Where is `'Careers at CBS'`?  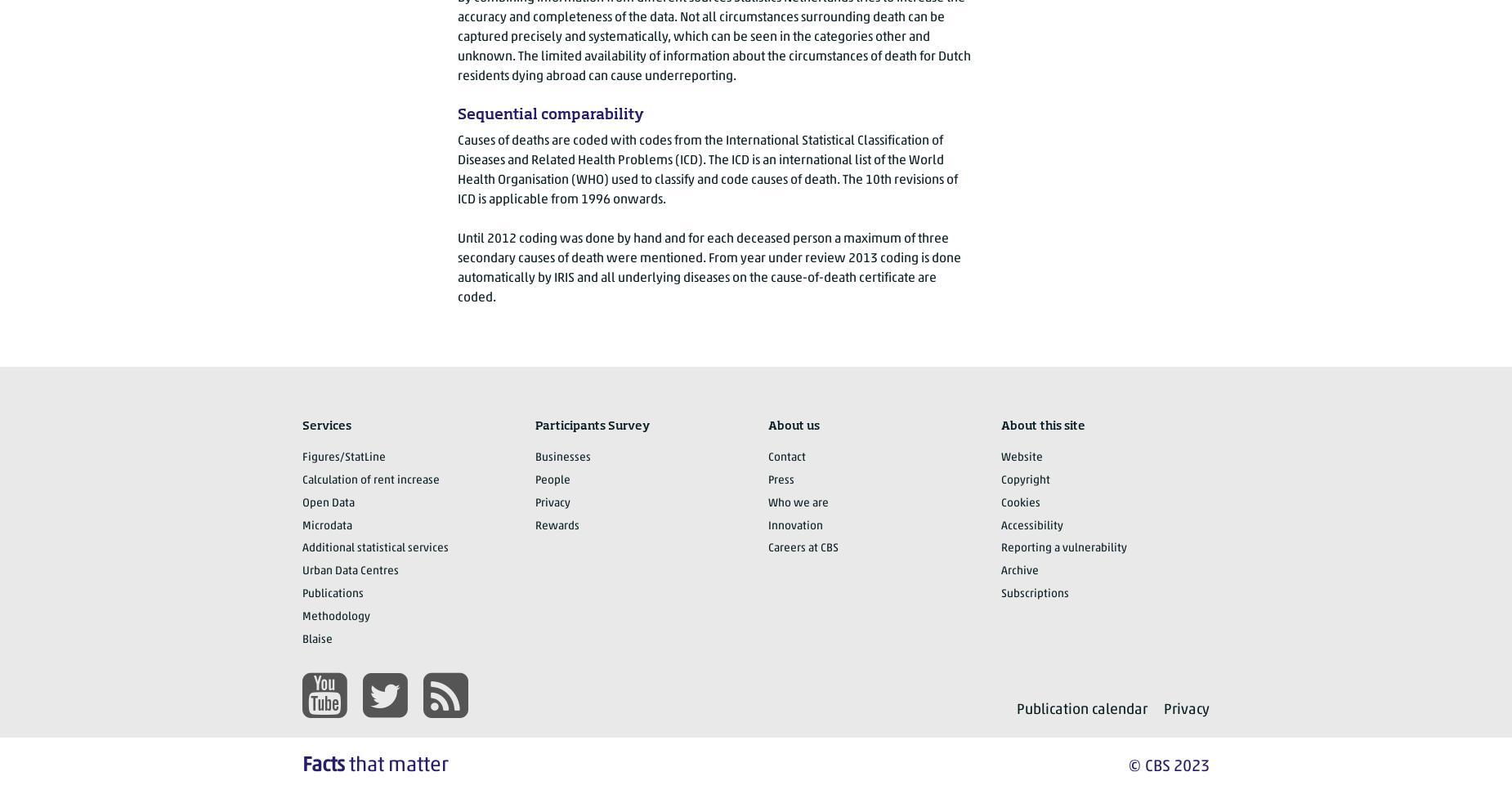
'Careers at CBS' is located at coordinates (803, 547).